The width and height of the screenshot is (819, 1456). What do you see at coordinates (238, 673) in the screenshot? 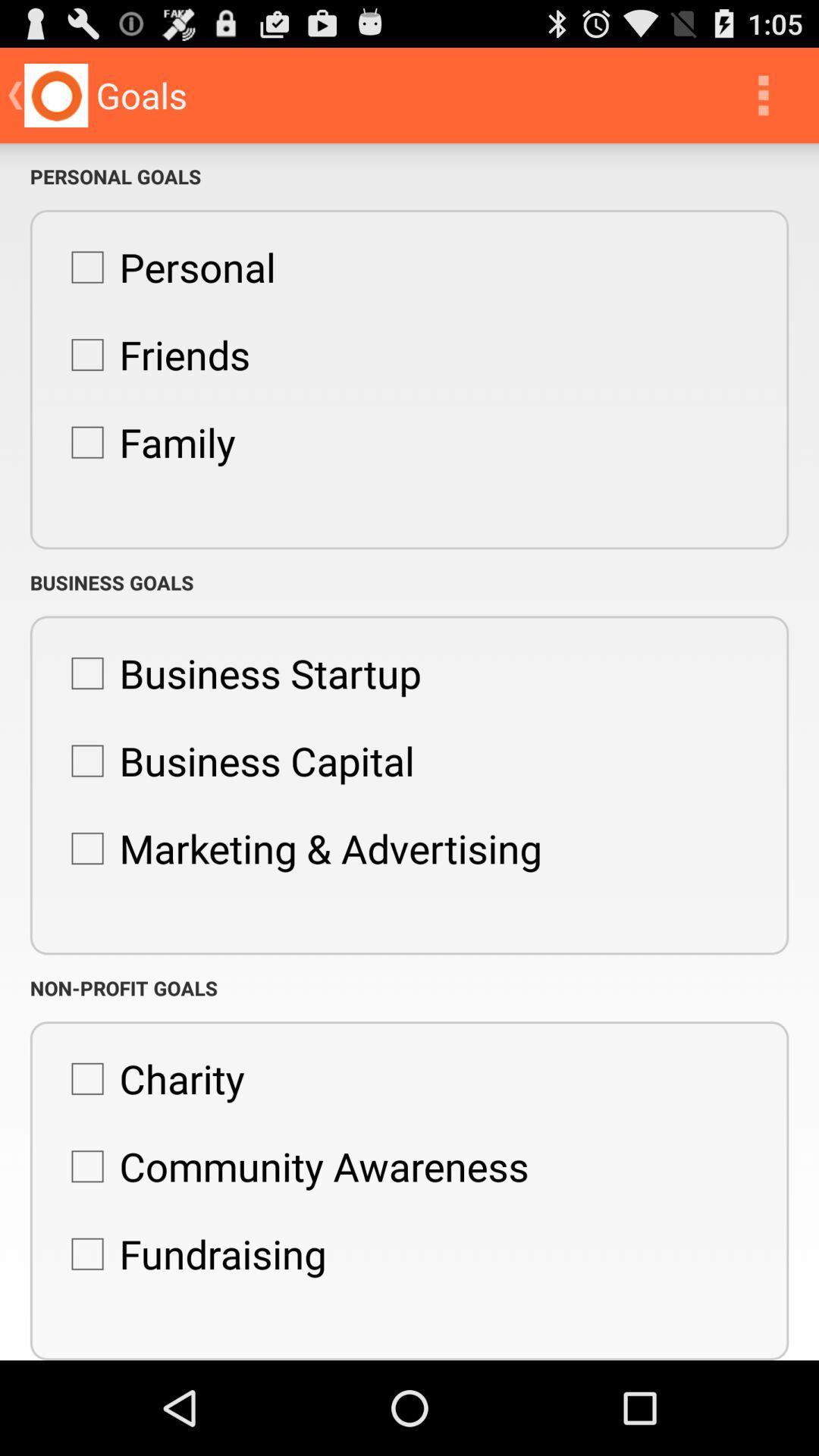
I see `the icon above business capital` at bounding box center [238, 673].